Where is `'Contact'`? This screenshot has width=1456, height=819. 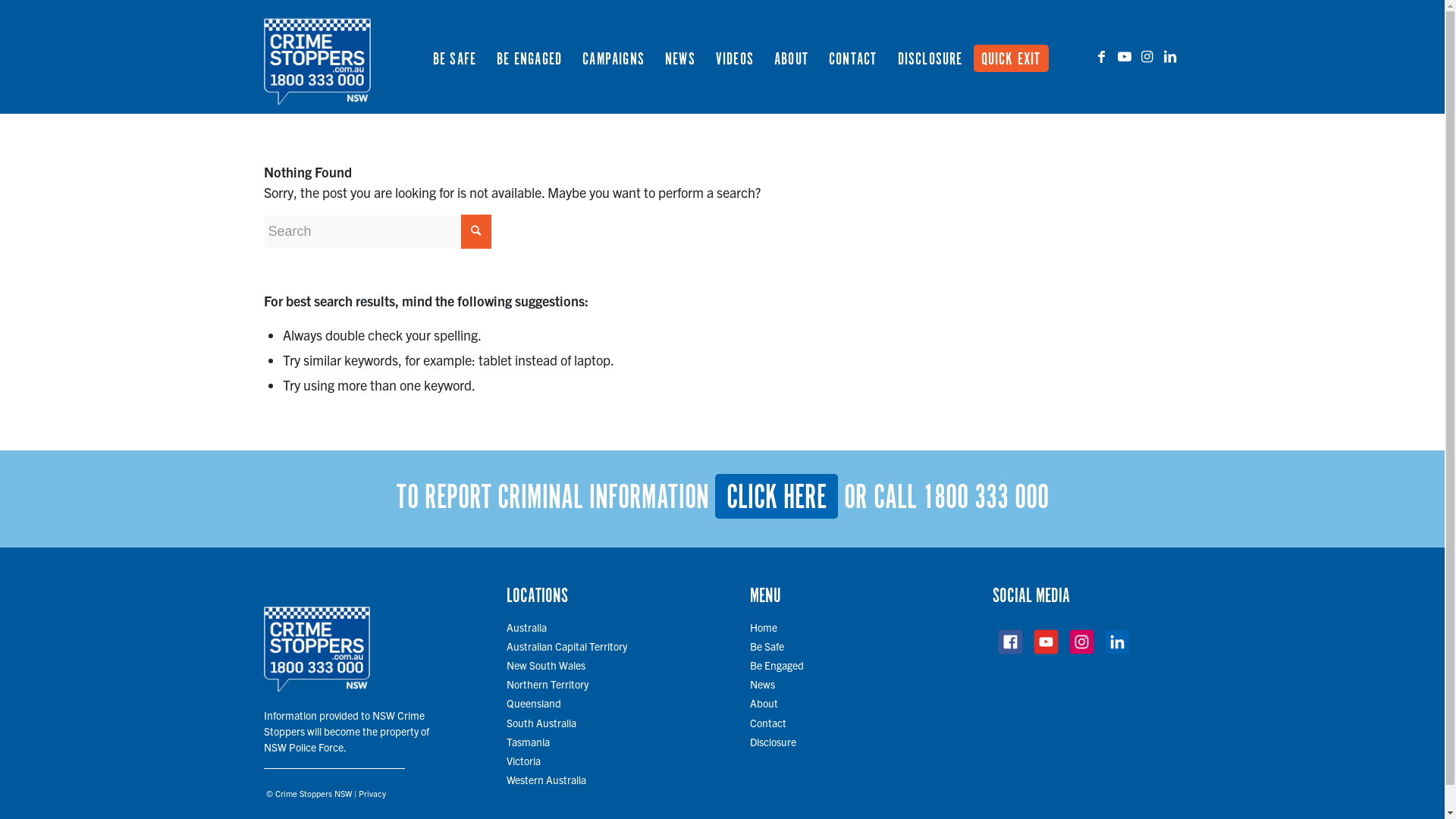 'Contact' is located at coordinates (767, 721).